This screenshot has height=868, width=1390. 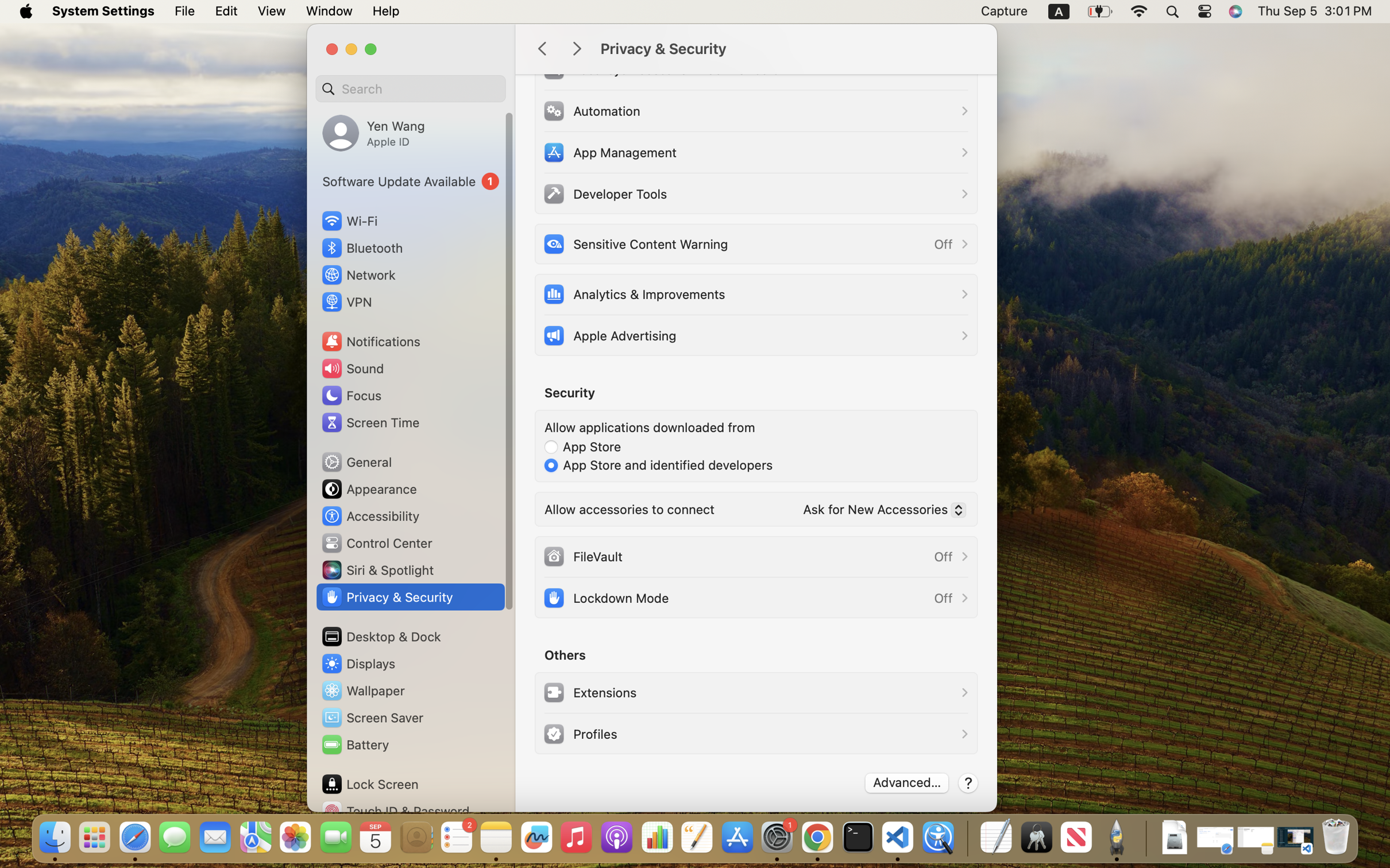 I want to click on 'Notifications', so click(x=370, y=340).